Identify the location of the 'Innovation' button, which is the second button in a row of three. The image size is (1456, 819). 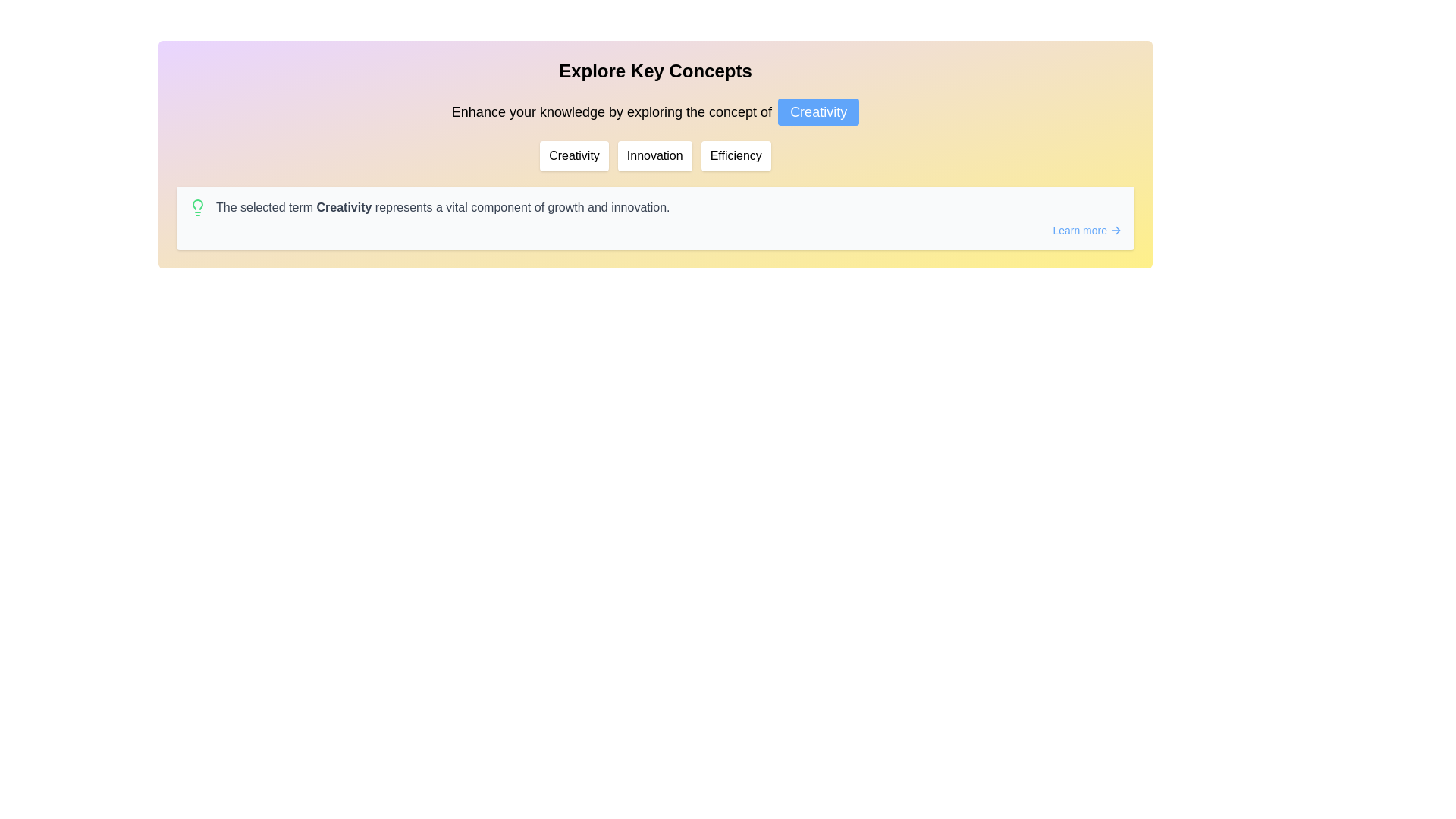
(655, 155).